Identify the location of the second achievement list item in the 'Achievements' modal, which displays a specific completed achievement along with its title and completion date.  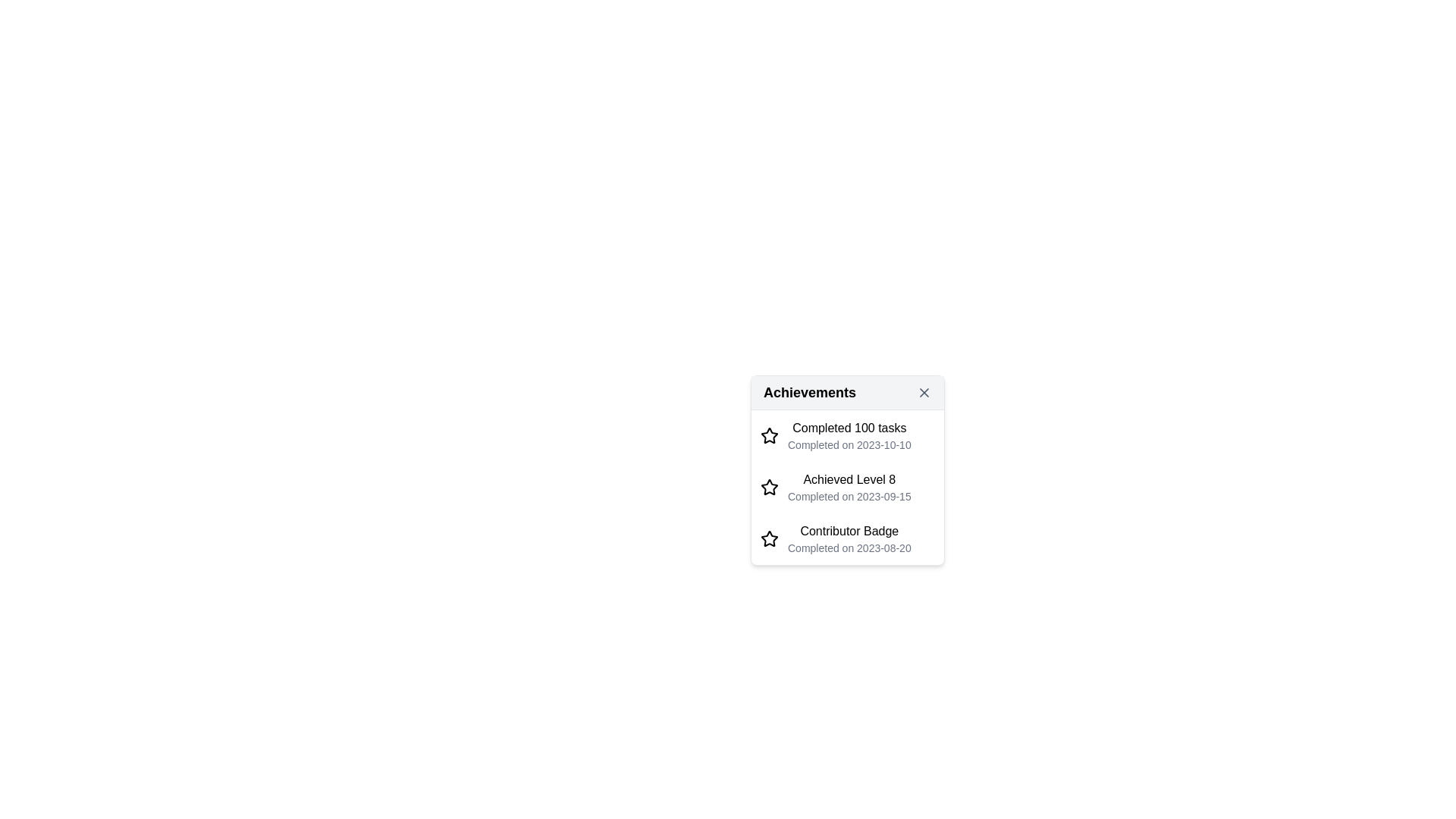
(847, 486).